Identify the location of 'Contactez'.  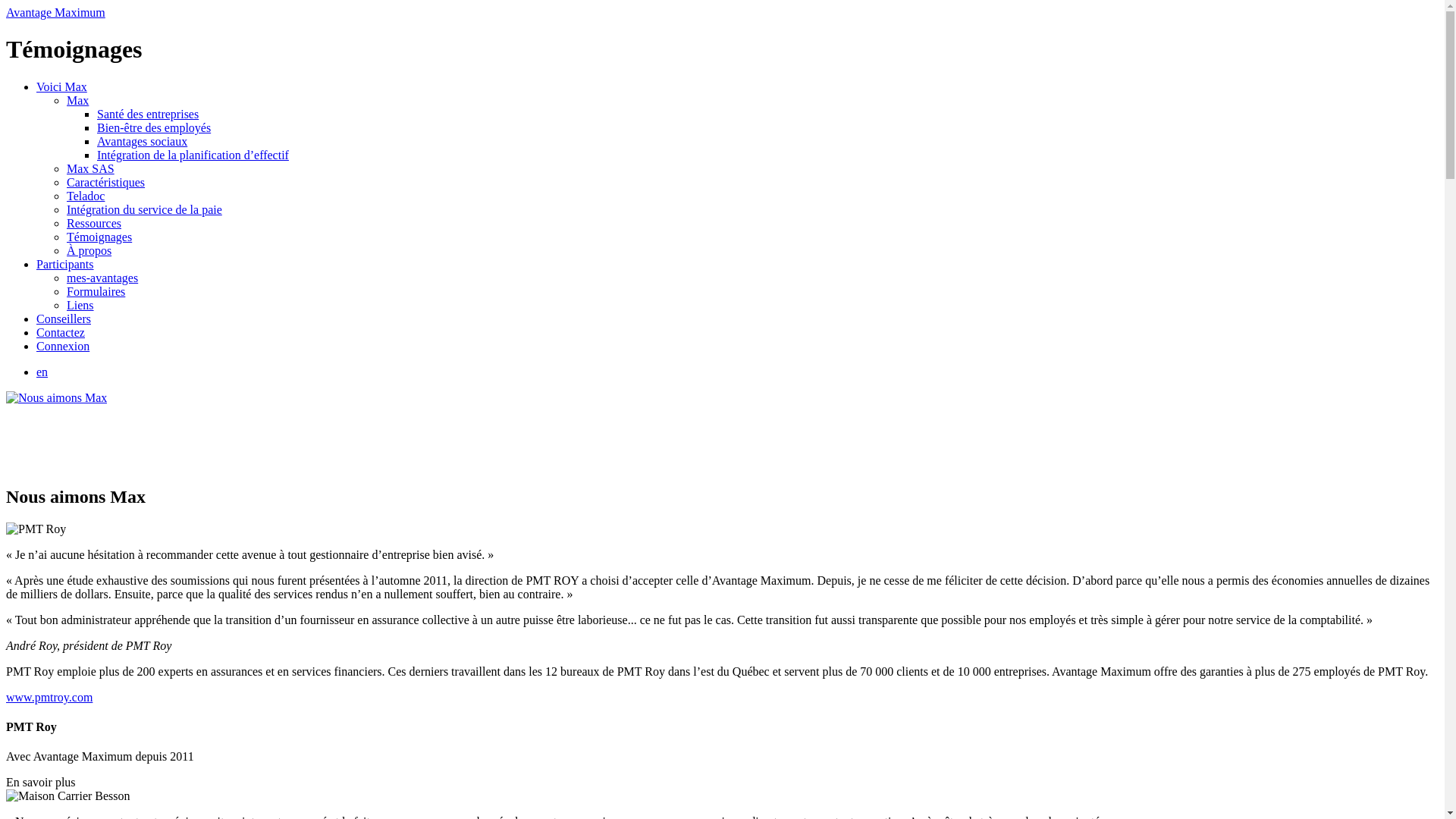
(61, 331).